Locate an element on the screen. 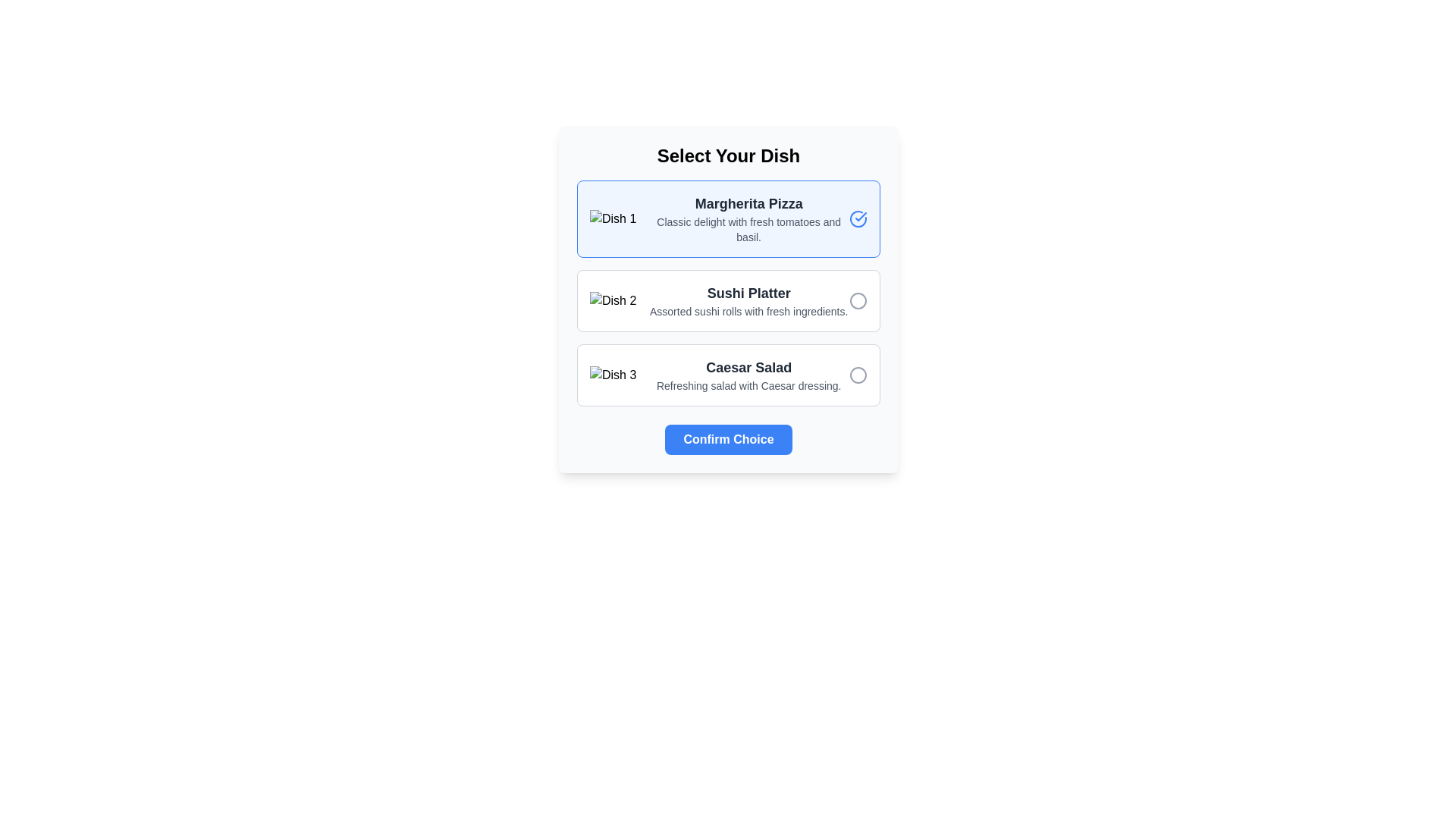  the image representing the 'Sushi Platter' for selection or interaction is located at coordinates (613, 301).